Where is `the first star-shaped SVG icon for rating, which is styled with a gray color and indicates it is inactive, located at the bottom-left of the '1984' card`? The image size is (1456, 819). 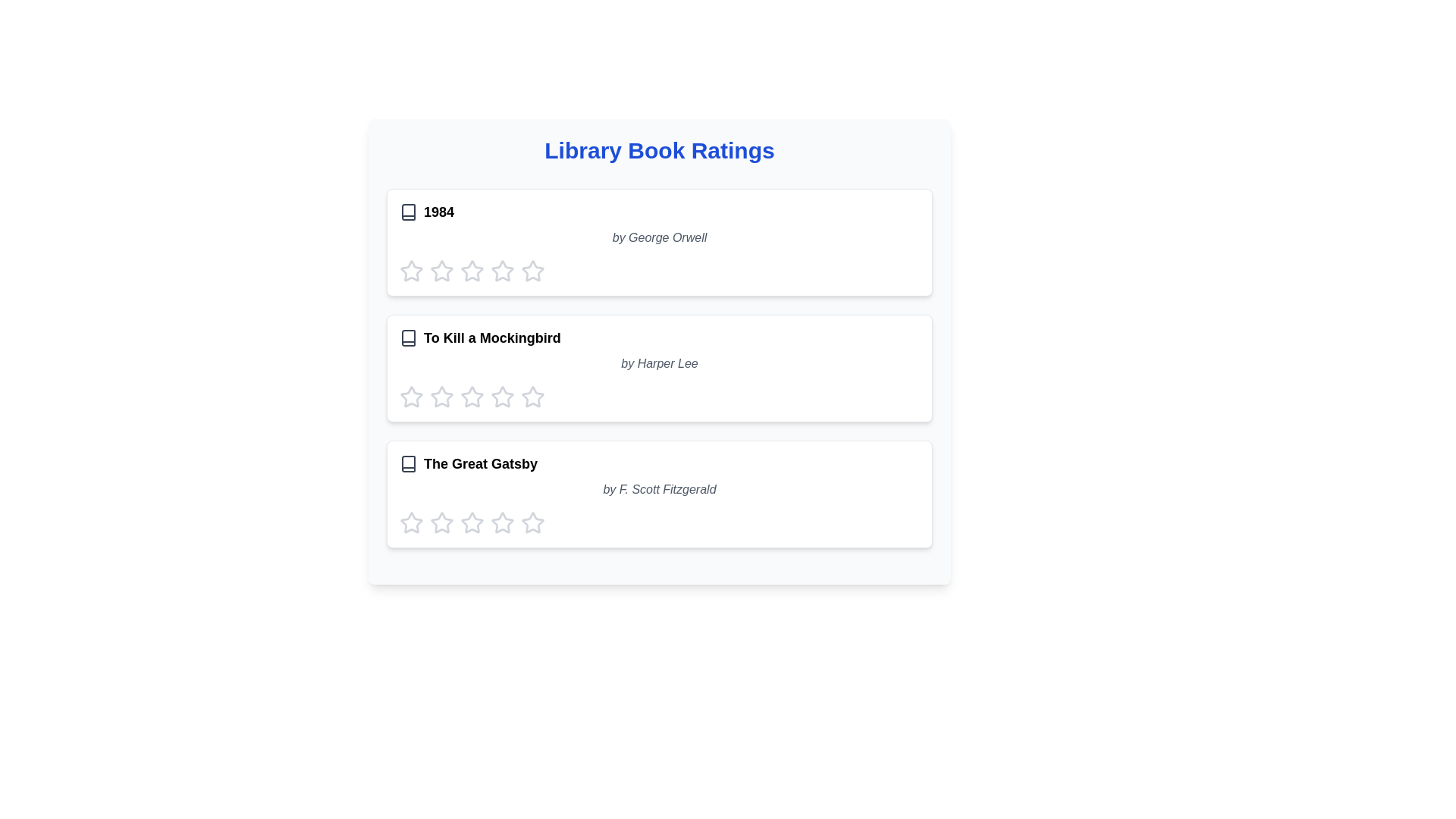
the first star-shaped SVG icon for rating, which is styled with a gray color and indicates it is inactive, located at the bottom-left of the '1984' card is located at coordinates (411, 271).